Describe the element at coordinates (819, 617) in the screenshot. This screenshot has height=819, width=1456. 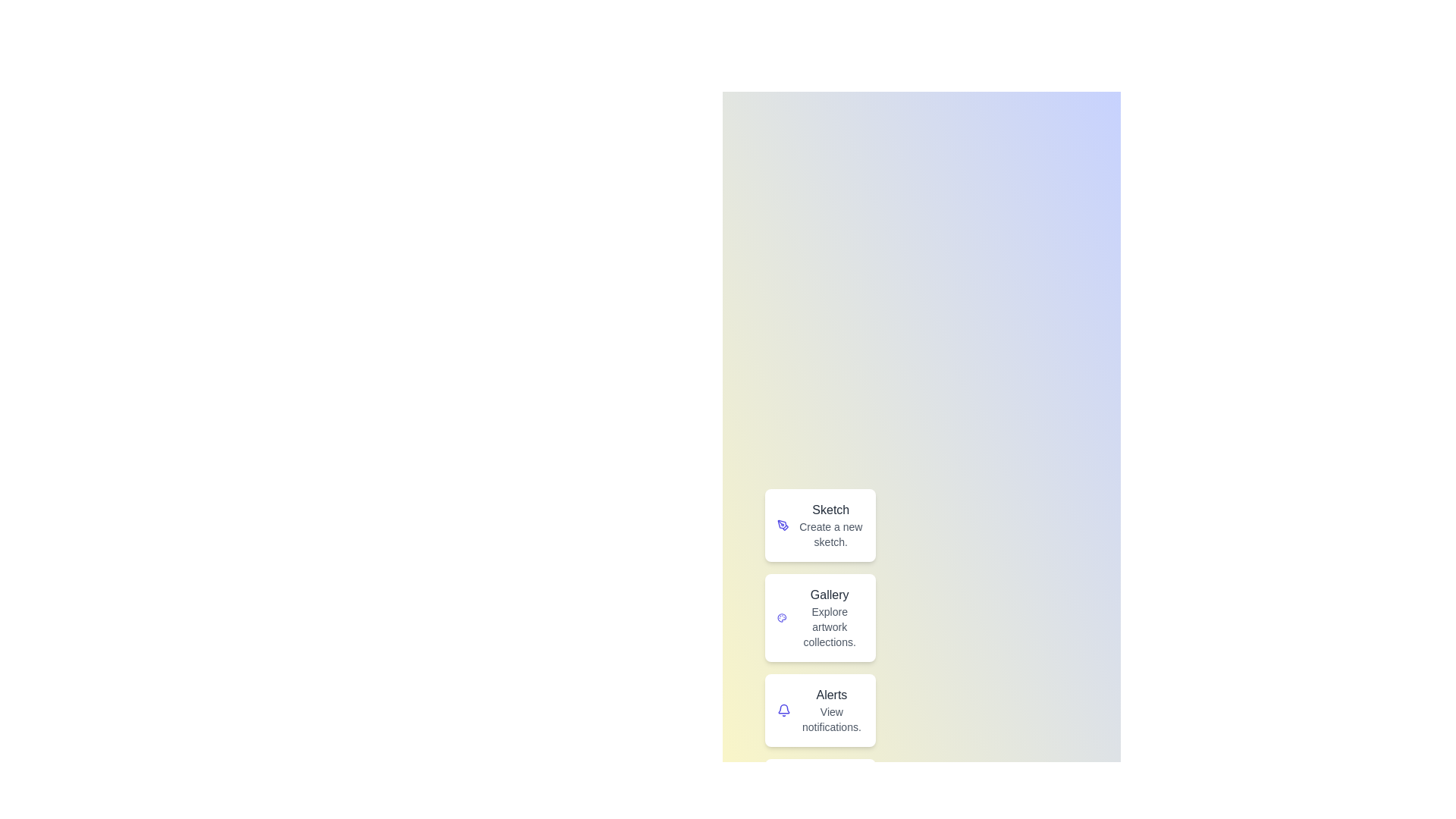
I see `the Gallery button to perform its action` at that location.